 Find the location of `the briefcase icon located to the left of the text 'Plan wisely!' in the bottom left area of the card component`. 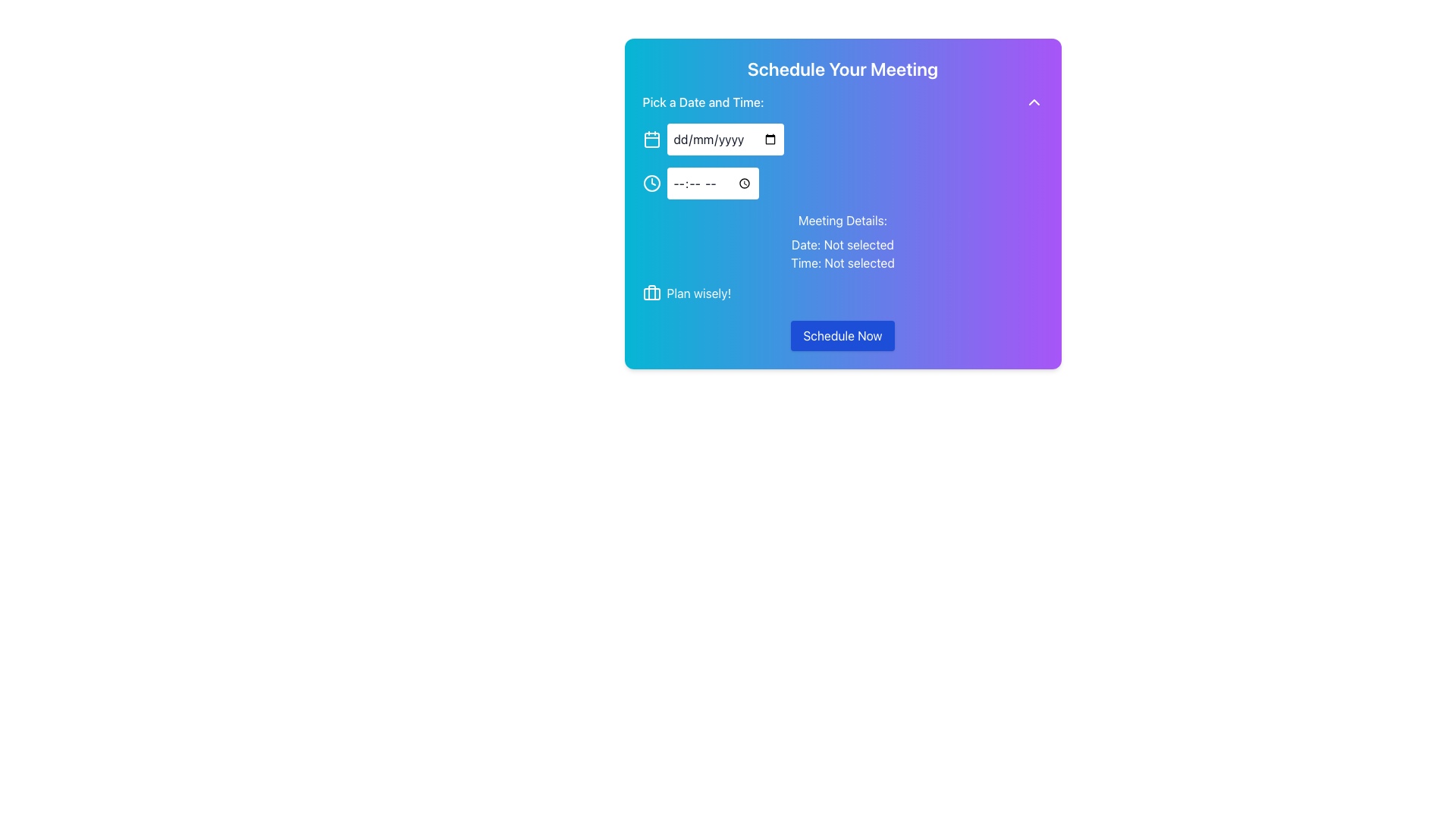

the briefcase icon located to the left of the text 'Plan wisely!' in the bottom left area of the card component is located at coordinates (651, 293).